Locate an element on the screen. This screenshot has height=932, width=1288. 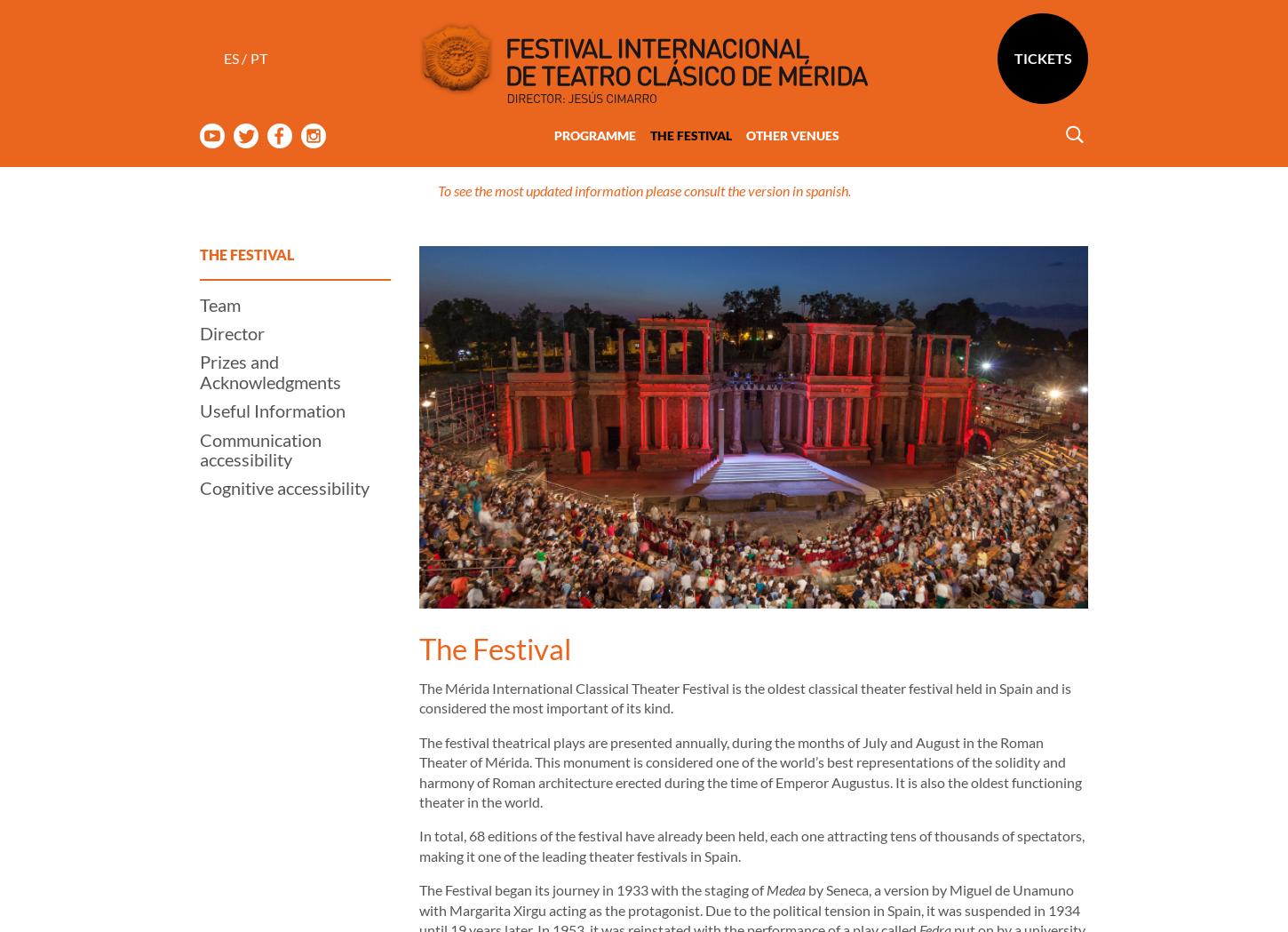
'The Festival began its journey in 1933 with the staging of' is located at coordinates (417, 817).